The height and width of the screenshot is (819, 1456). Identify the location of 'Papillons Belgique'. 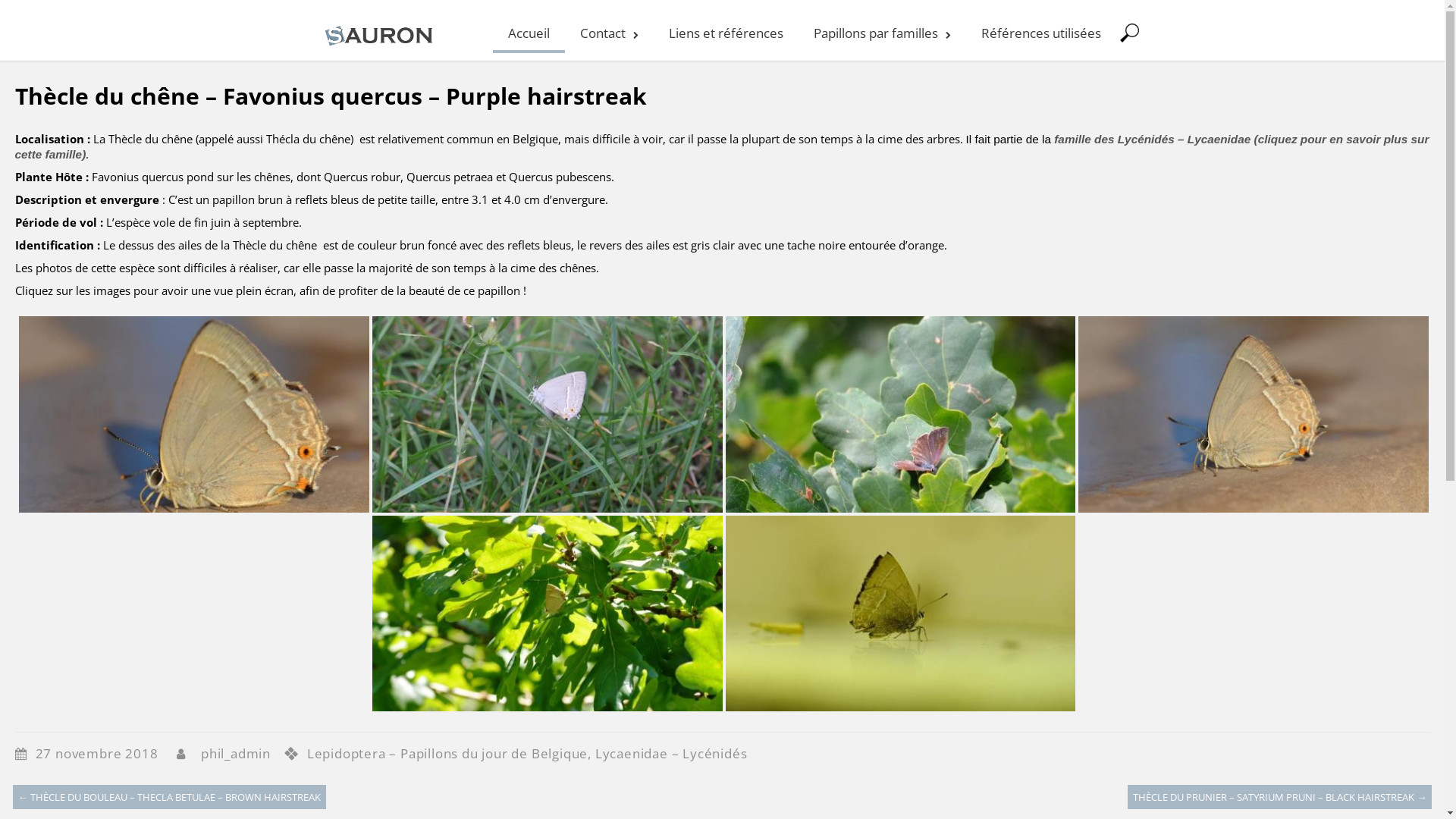
(319, 45).